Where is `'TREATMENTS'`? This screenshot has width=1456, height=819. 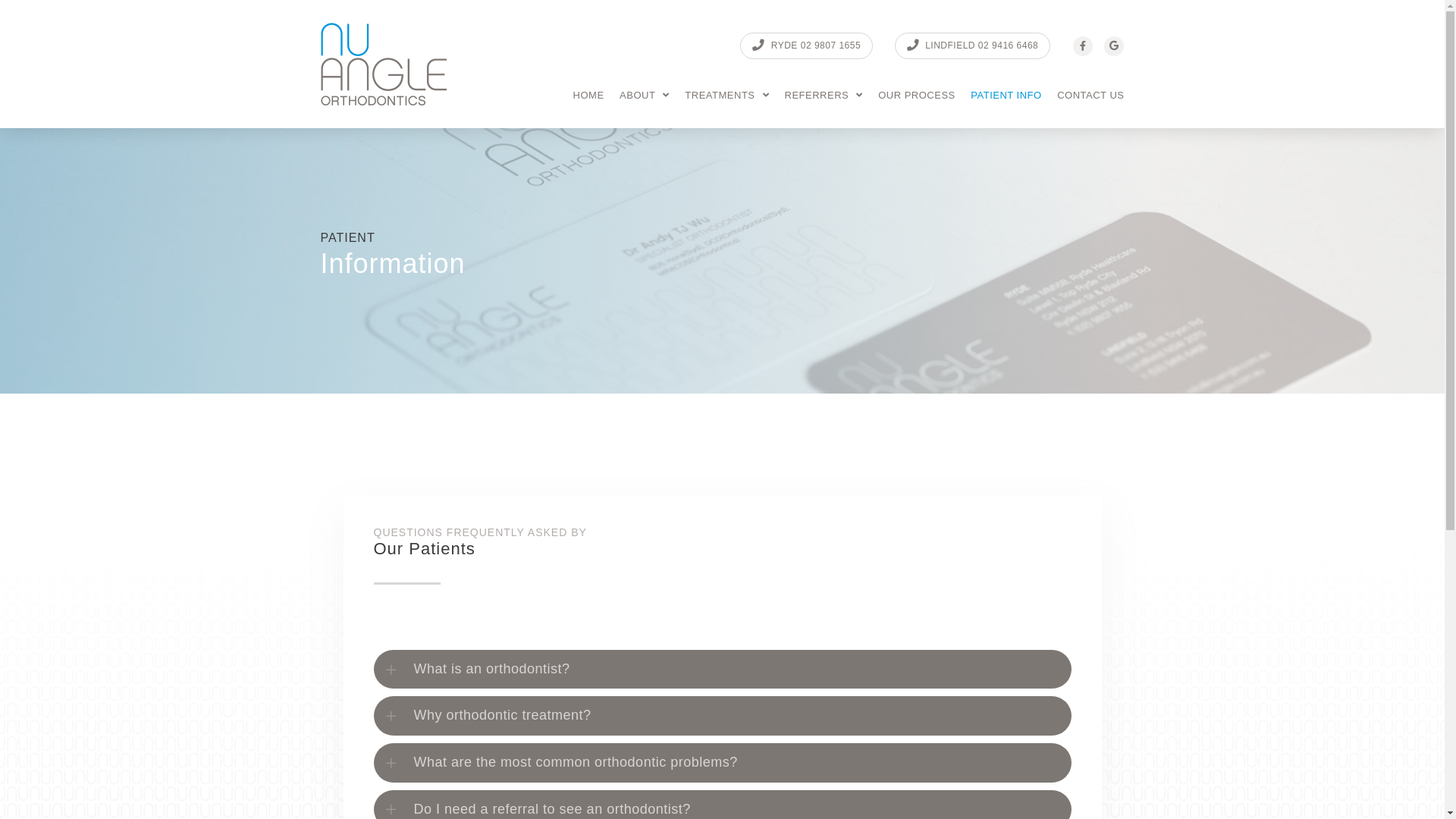 'TREATMENTS' is located at coordinates (726, 95).